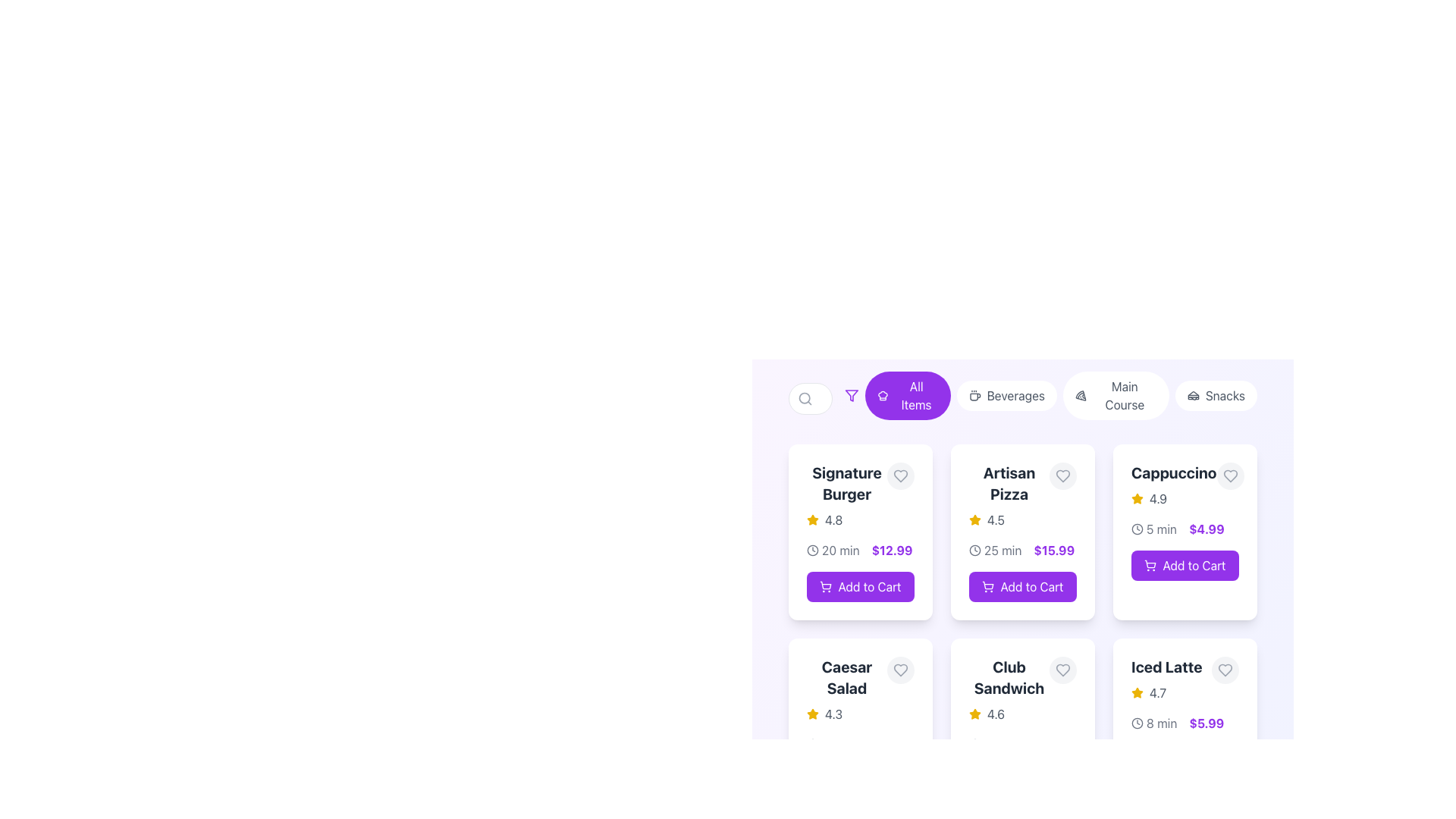 The width and height of the screenshot is (1456, 819). I want to click on the text label indicating the cost of the 'Cappuccino' item, which is located to the right of the '5 min' label within the item card in the top-right corner of the second row in the grid, so click(1205, 529).